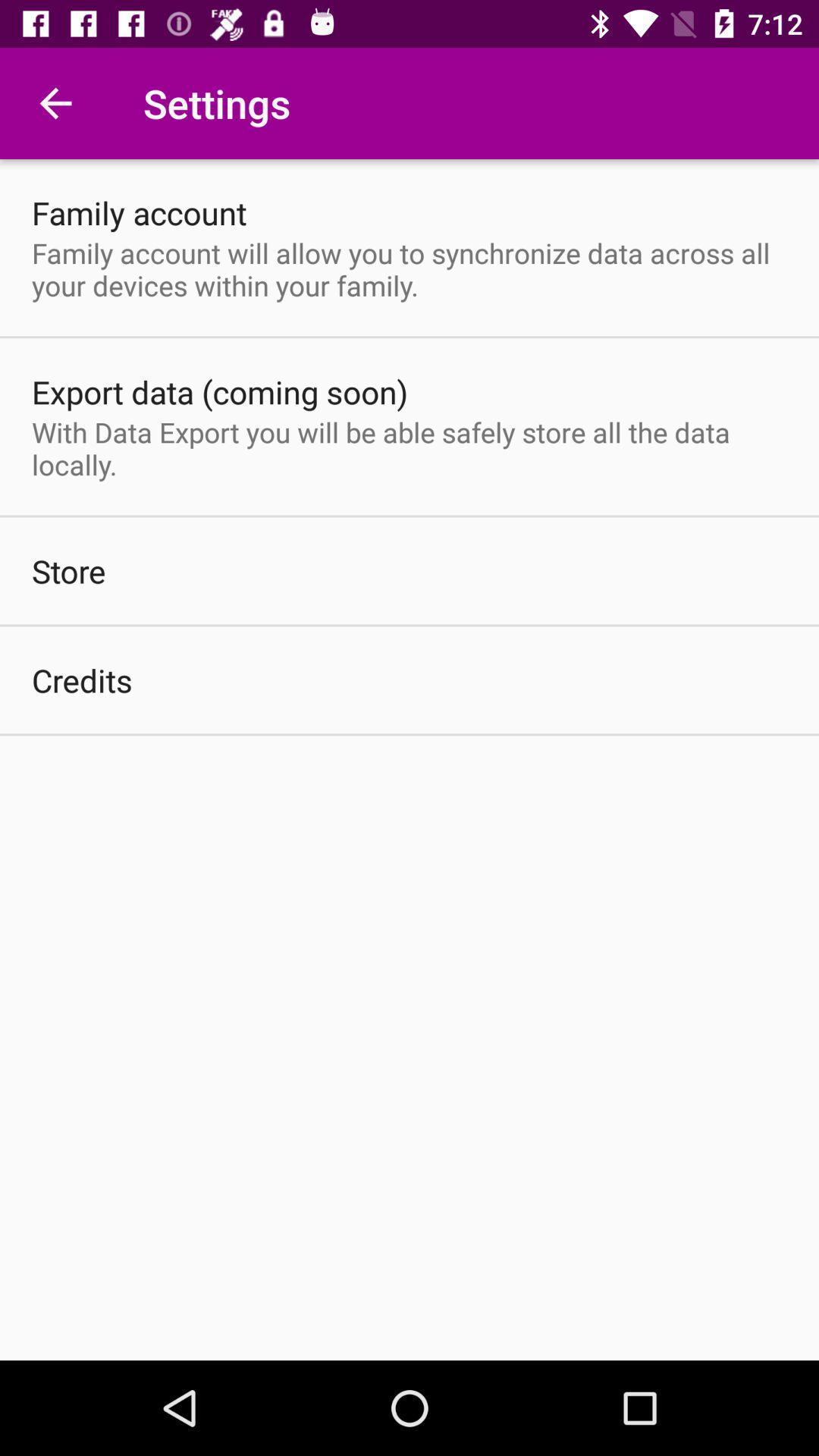 This screenshot has height=1456, width=819. What do you see at coordinates (82, 679) in the screenshot?
I see `the icon below the store icon` at bounding box center [82, 679].